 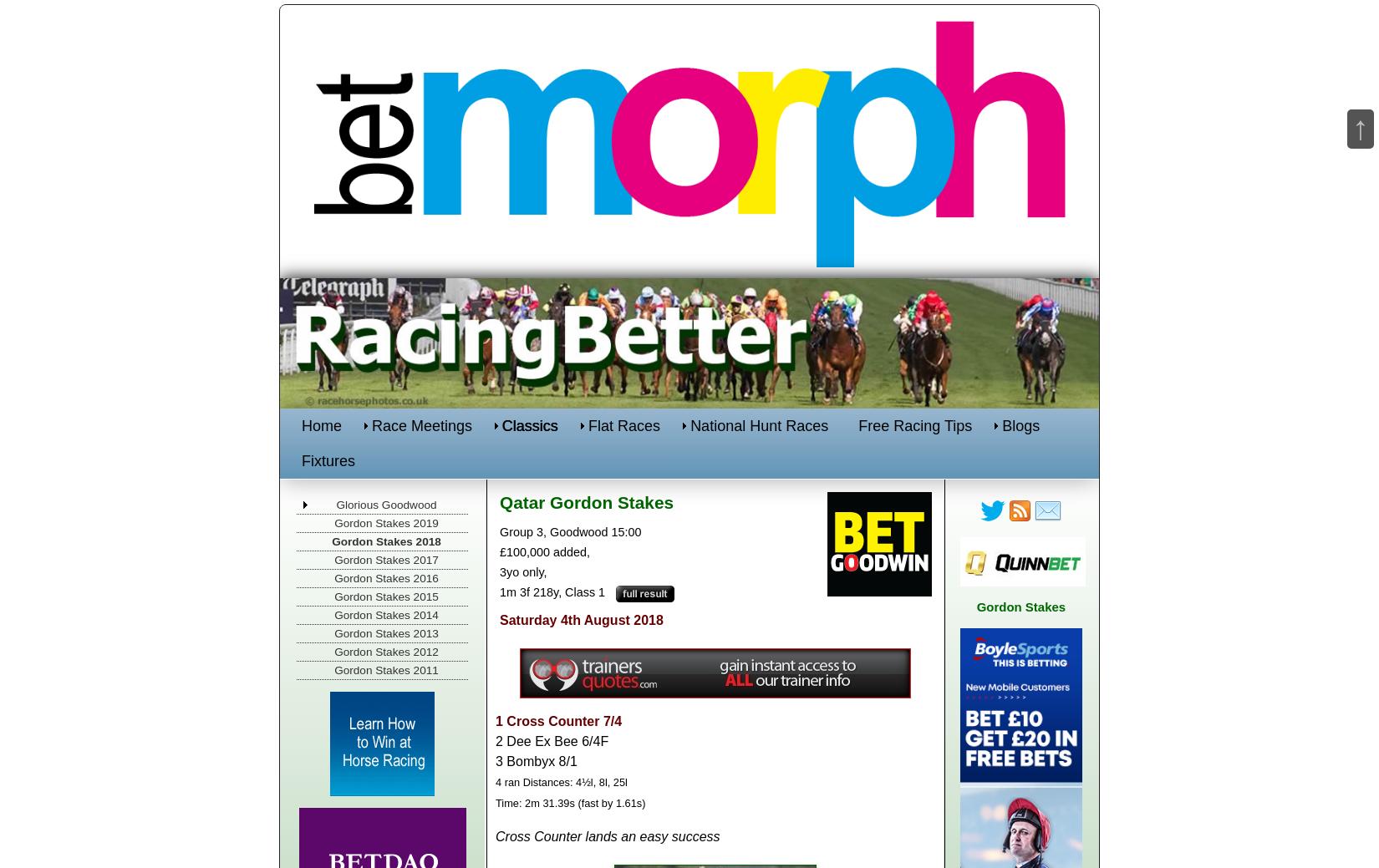 What do you see at coordinates (498, 501) in the screenshot?
I see `'Qatar Gordon Stakes'` at bounding box center [498, 501].